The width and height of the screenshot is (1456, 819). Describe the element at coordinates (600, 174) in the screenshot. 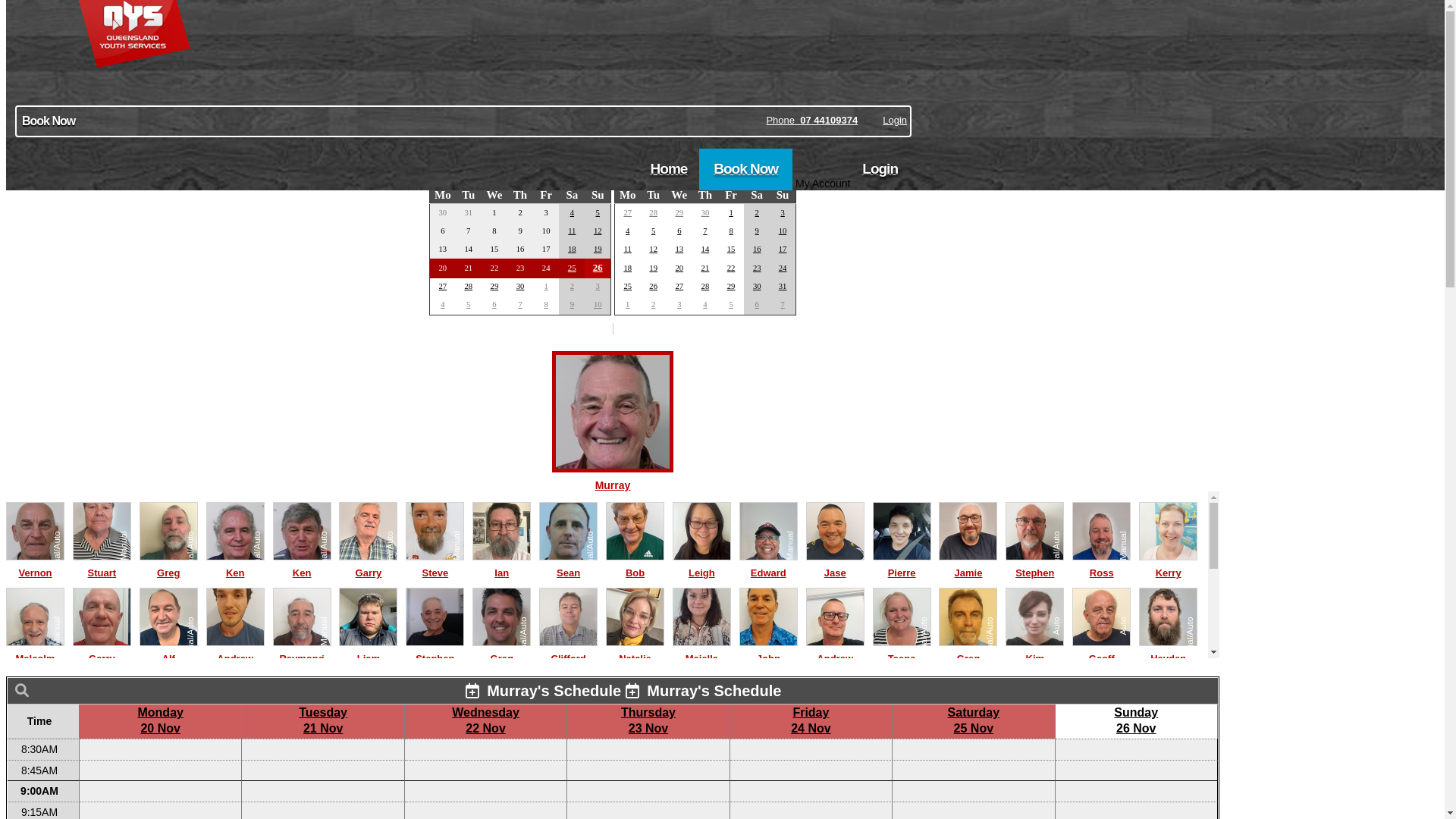

I see `'Dec'` at that location.